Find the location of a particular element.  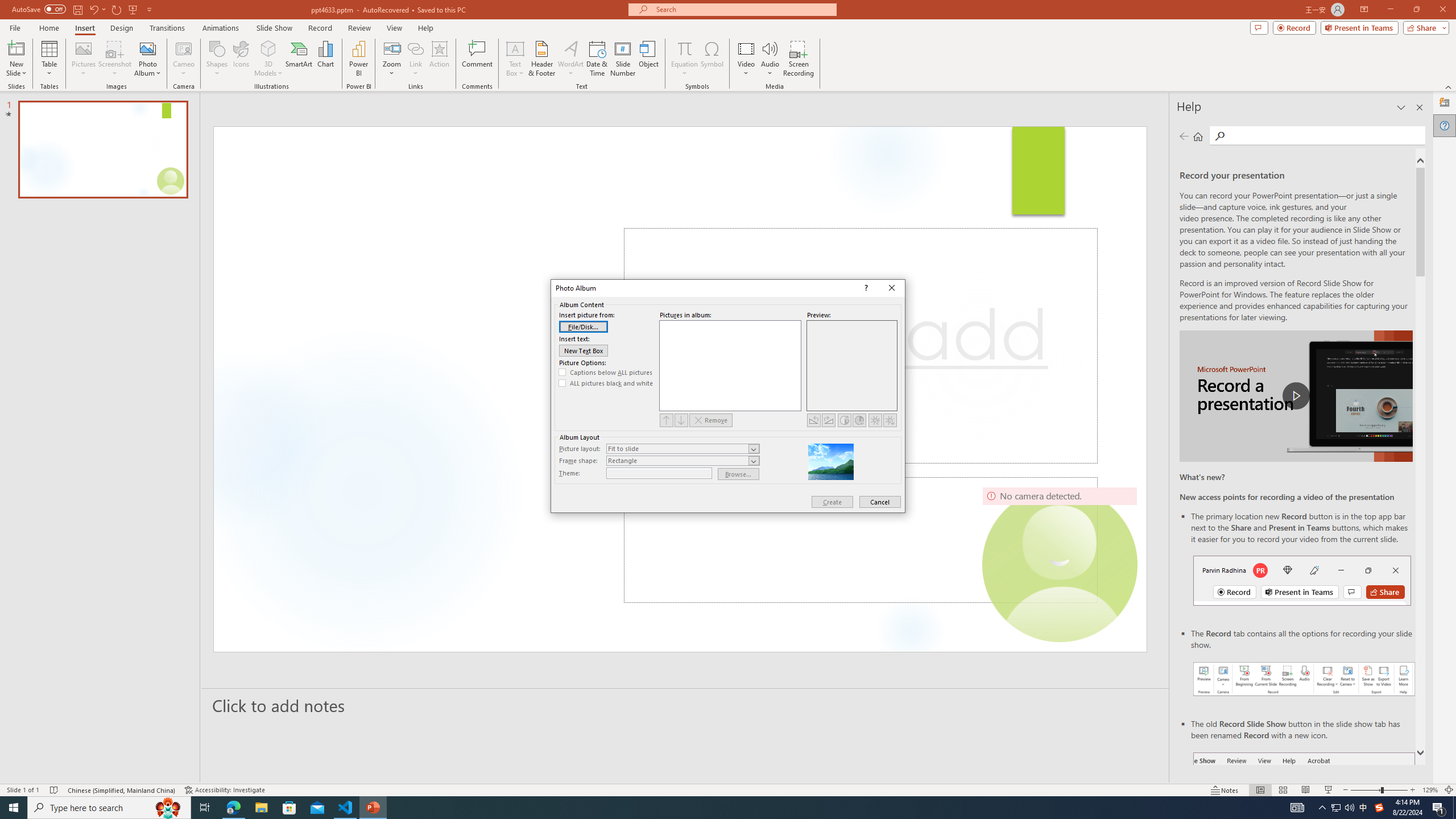

'WordArt' is located at coordinates (570, 59).